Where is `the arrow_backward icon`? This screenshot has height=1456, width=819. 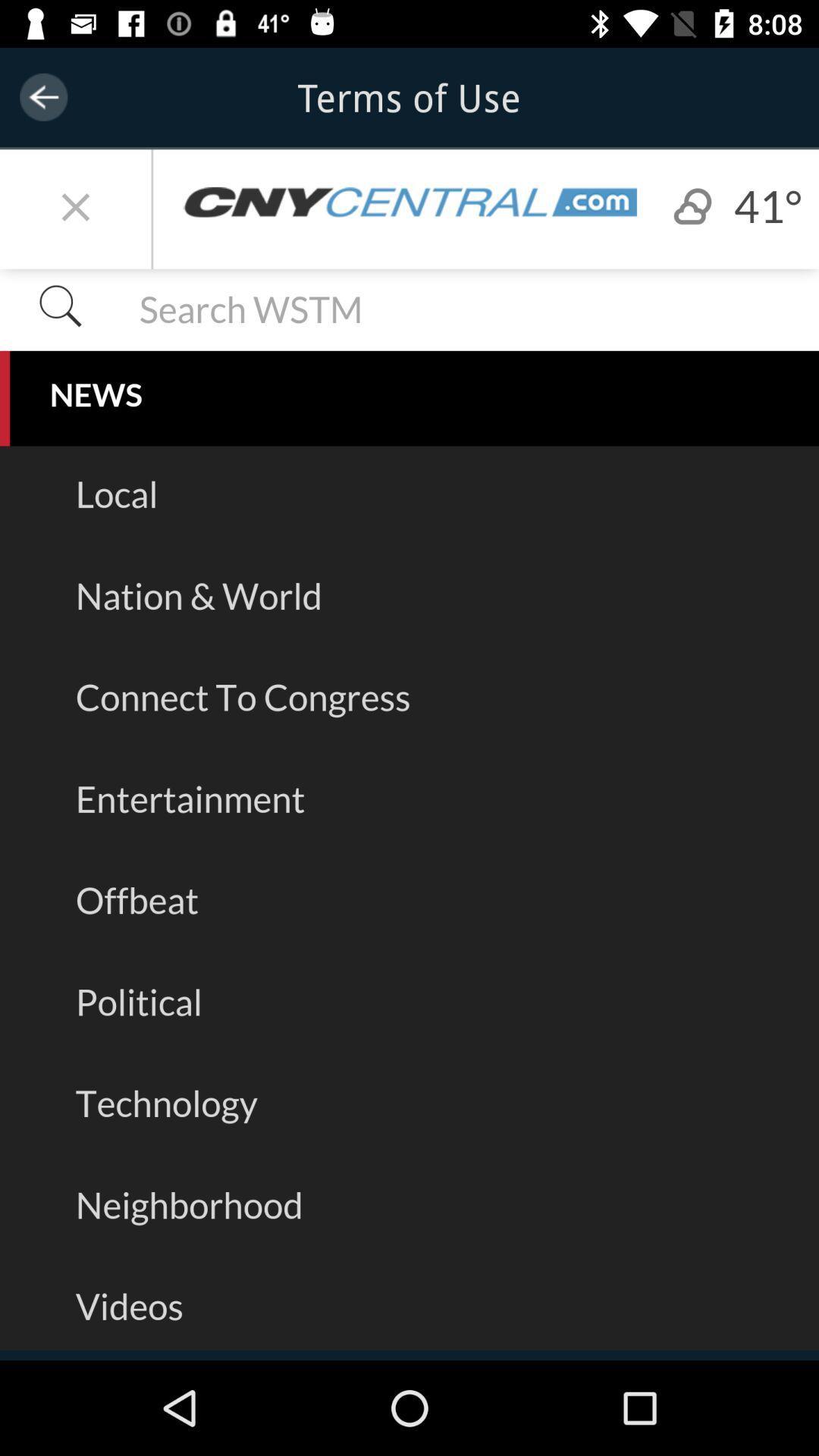 the arrow_backward icon is located at coordinates (42, 96).